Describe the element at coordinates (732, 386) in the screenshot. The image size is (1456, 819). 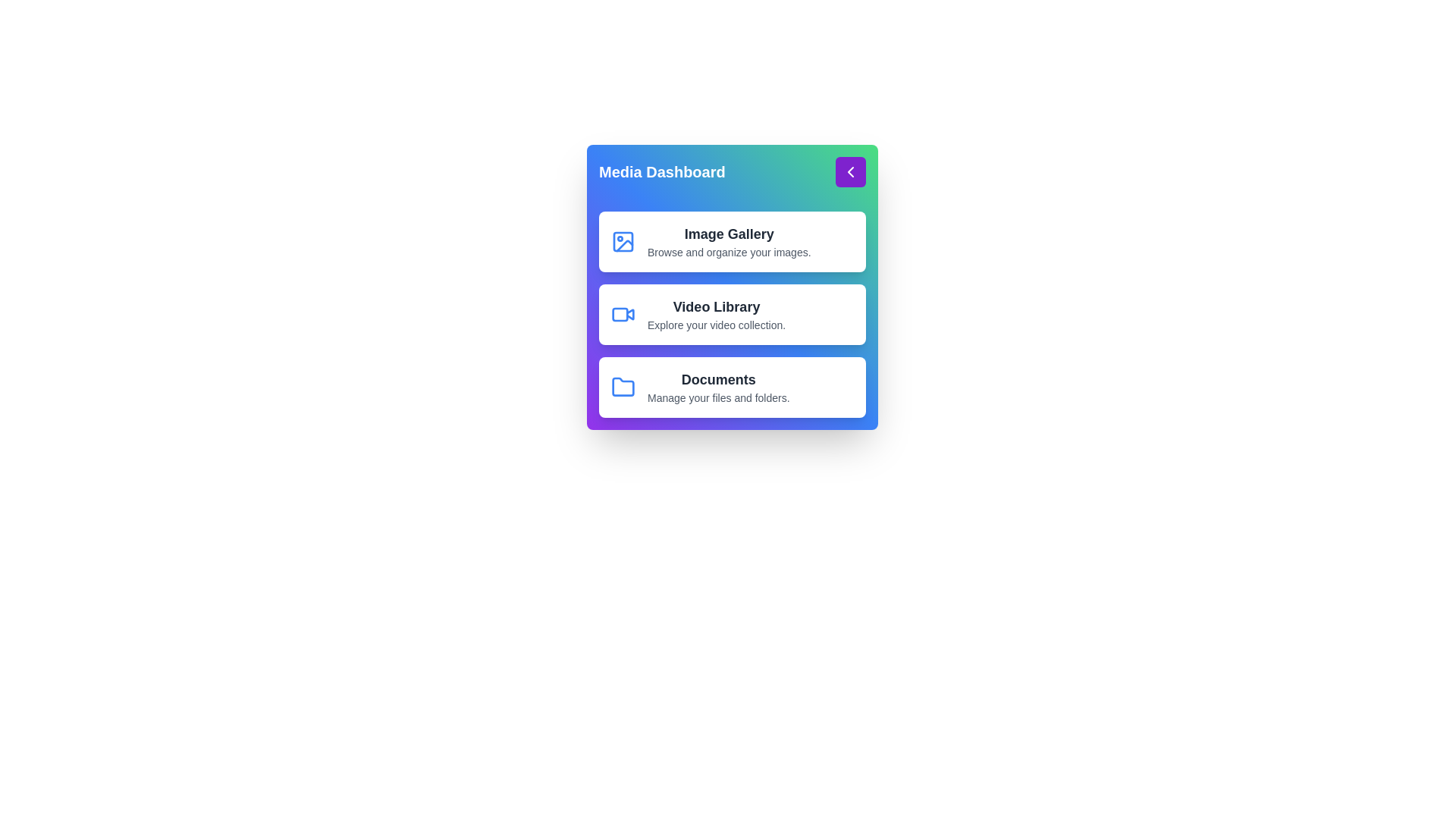
I see `the gallery option Documents from the menu` at that location.